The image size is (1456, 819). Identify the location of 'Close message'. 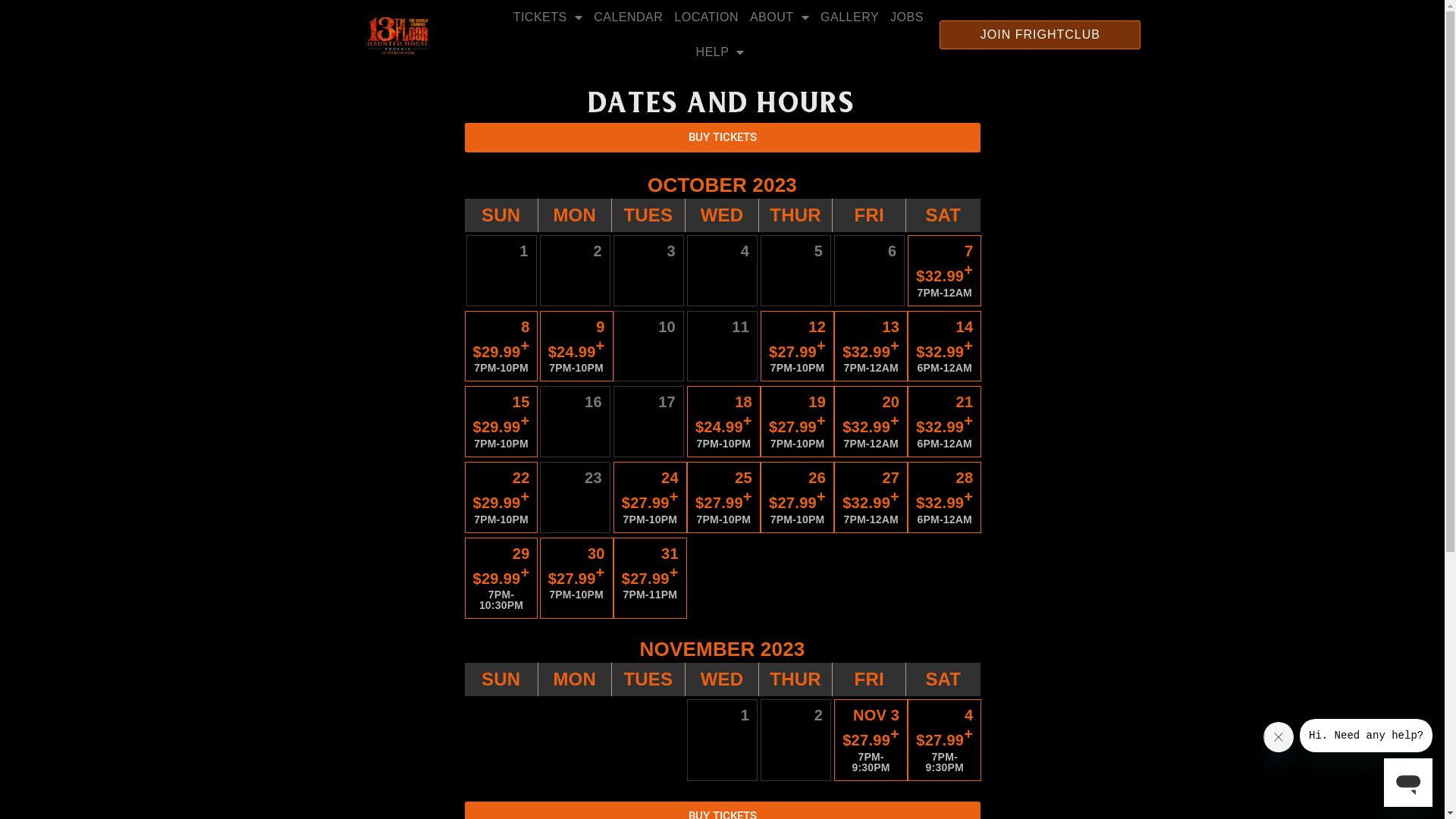
(1277, 736).